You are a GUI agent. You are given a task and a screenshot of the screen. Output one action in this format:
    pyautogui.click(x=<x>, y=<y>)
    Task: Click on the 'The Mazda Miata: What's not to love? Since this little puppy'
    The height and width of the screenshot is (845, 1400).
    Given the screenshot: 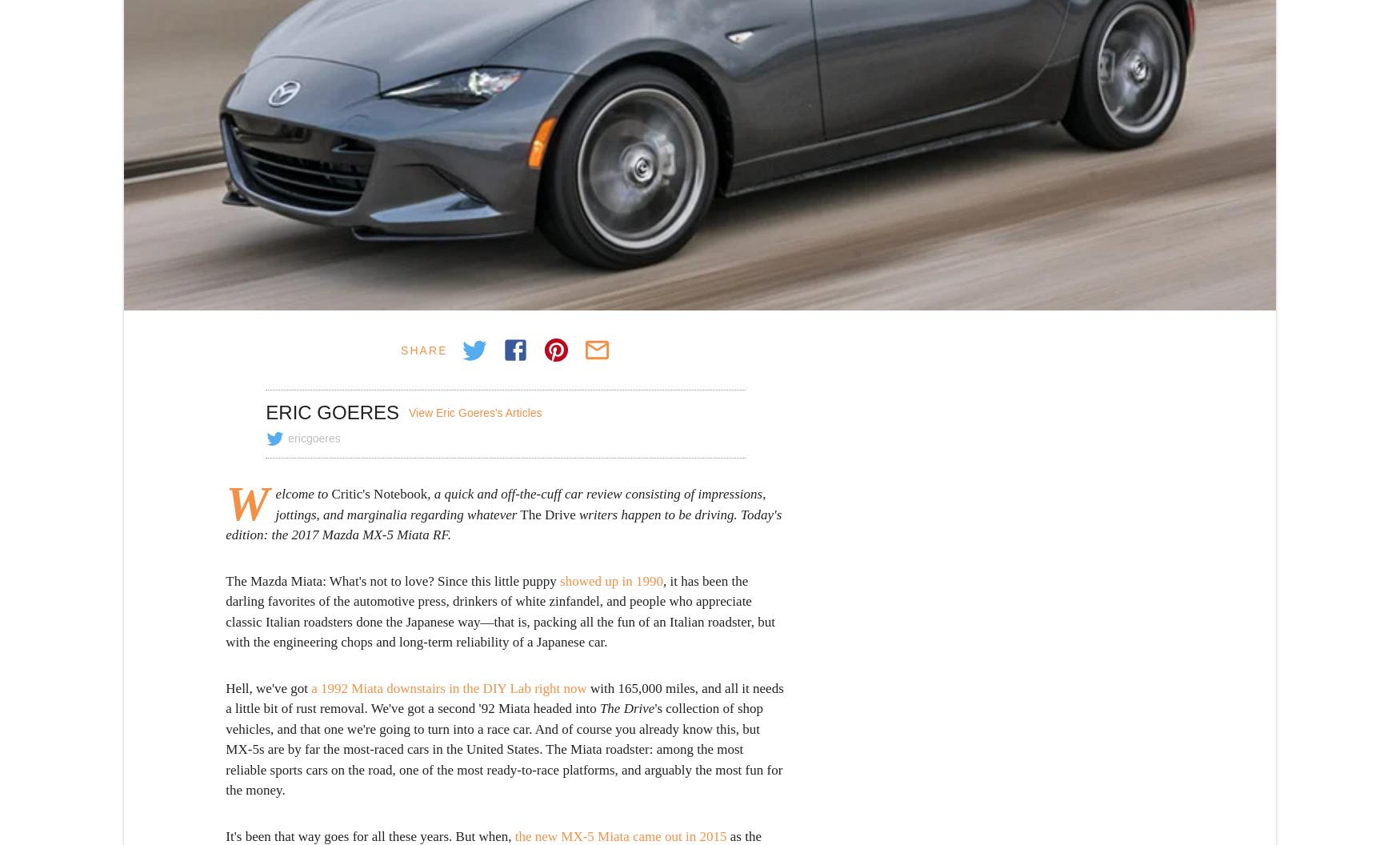 What is the action you would take?
    pyautogui.click(x=393, y=580)
    